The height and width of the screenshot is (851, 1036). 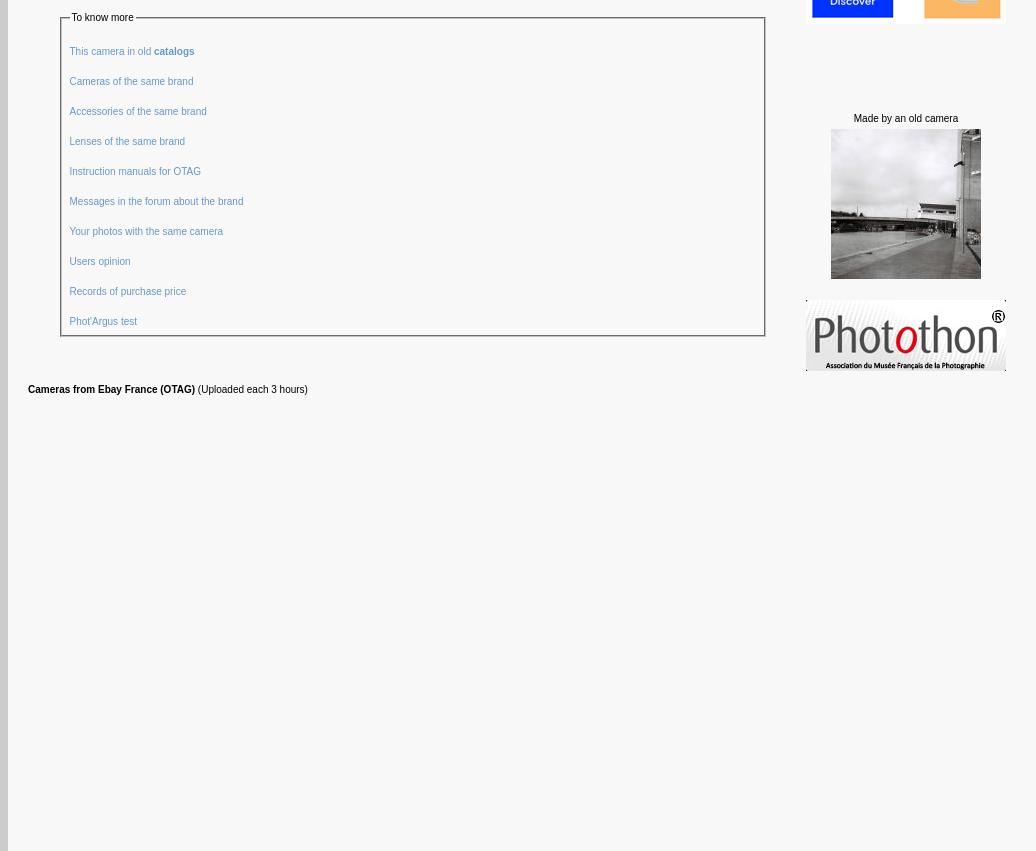 I want to click on '(Uploaded each 3 hours)', so click(x=194, y=387).